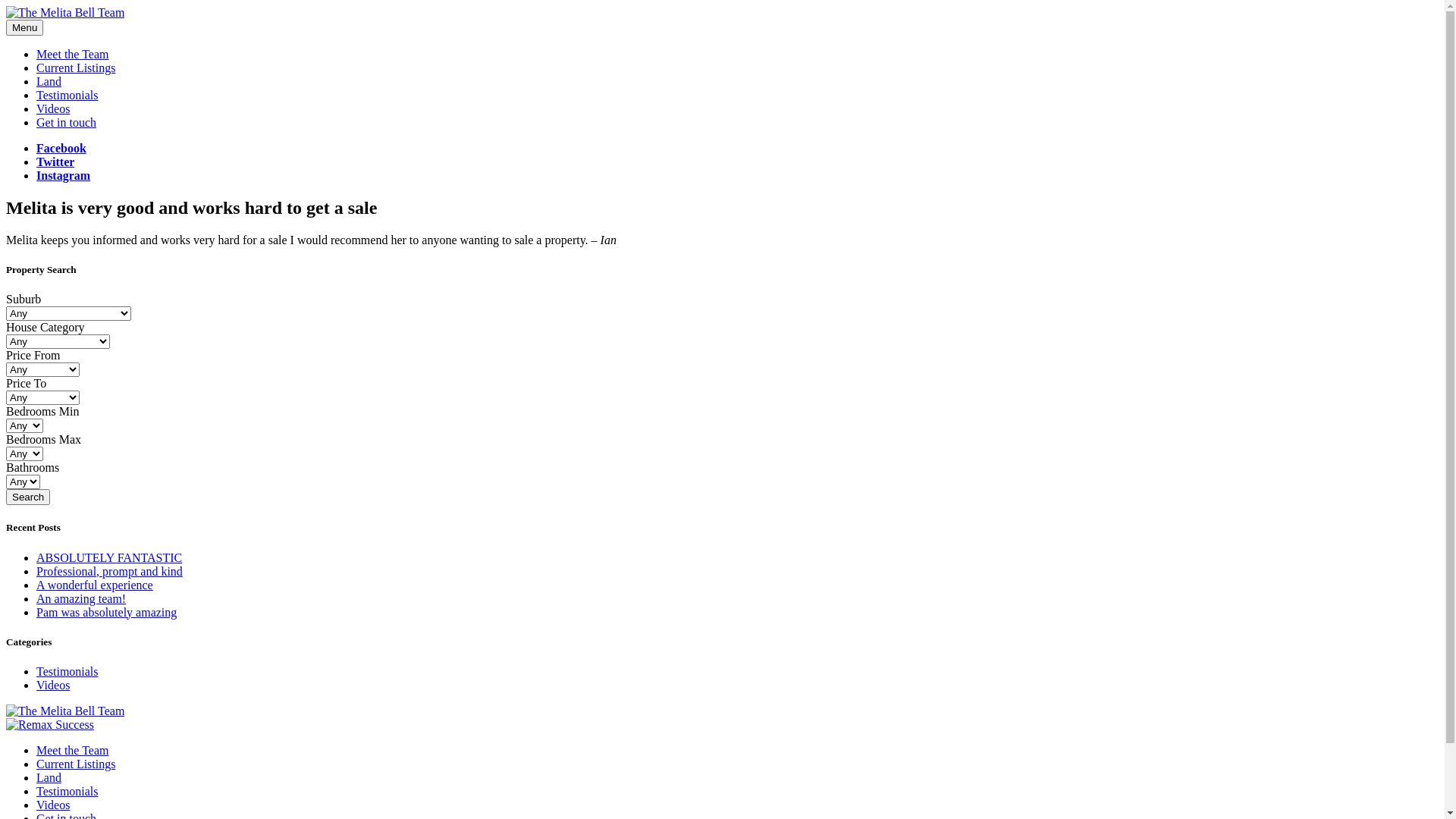  I want to click on 'ABSOLUTELY FANTASTIC', so click(36, 557).